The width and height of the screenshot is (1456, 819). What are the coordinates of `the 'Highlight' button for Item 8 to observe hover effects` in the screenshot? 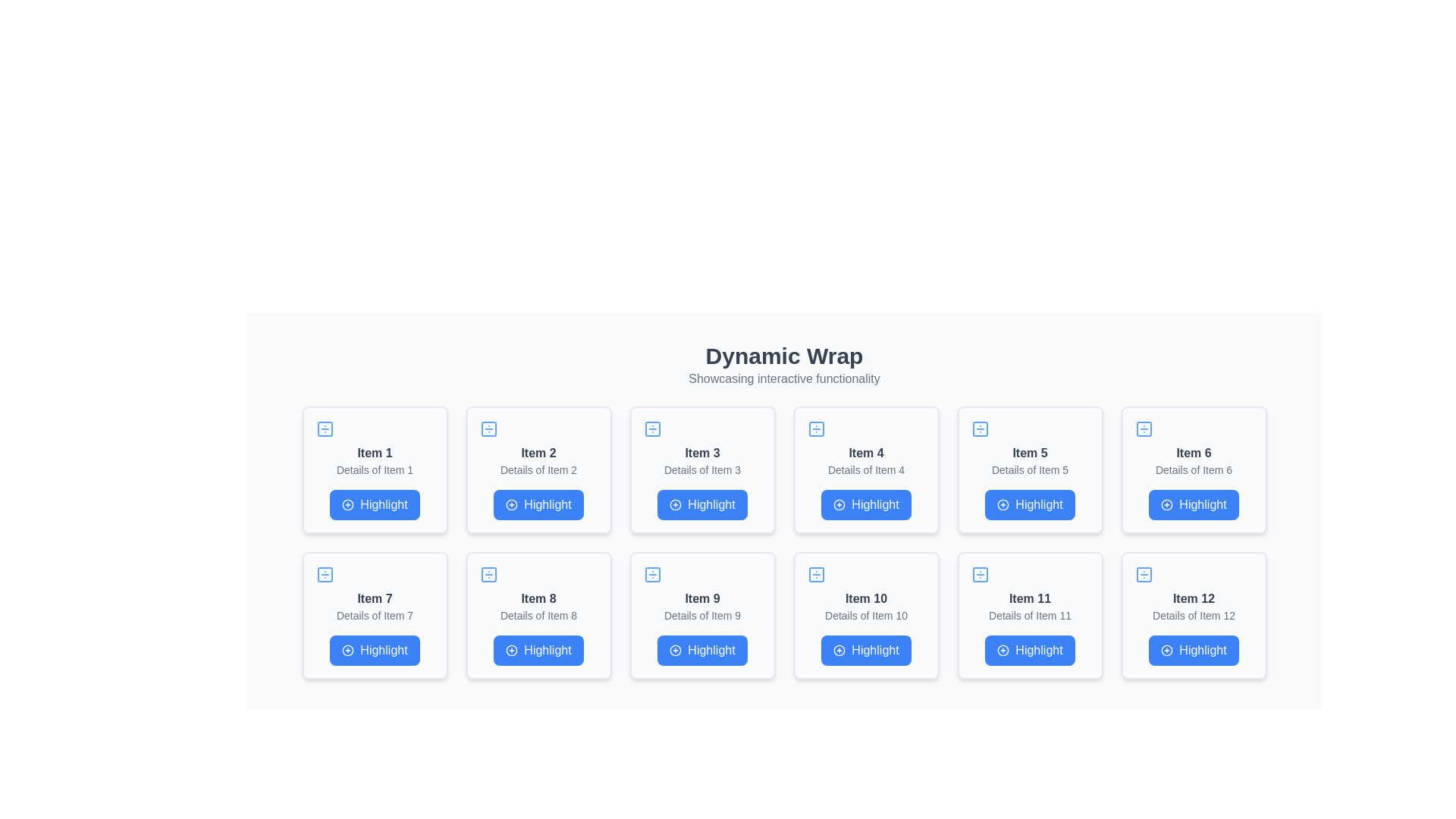 It's located at (538, 649).